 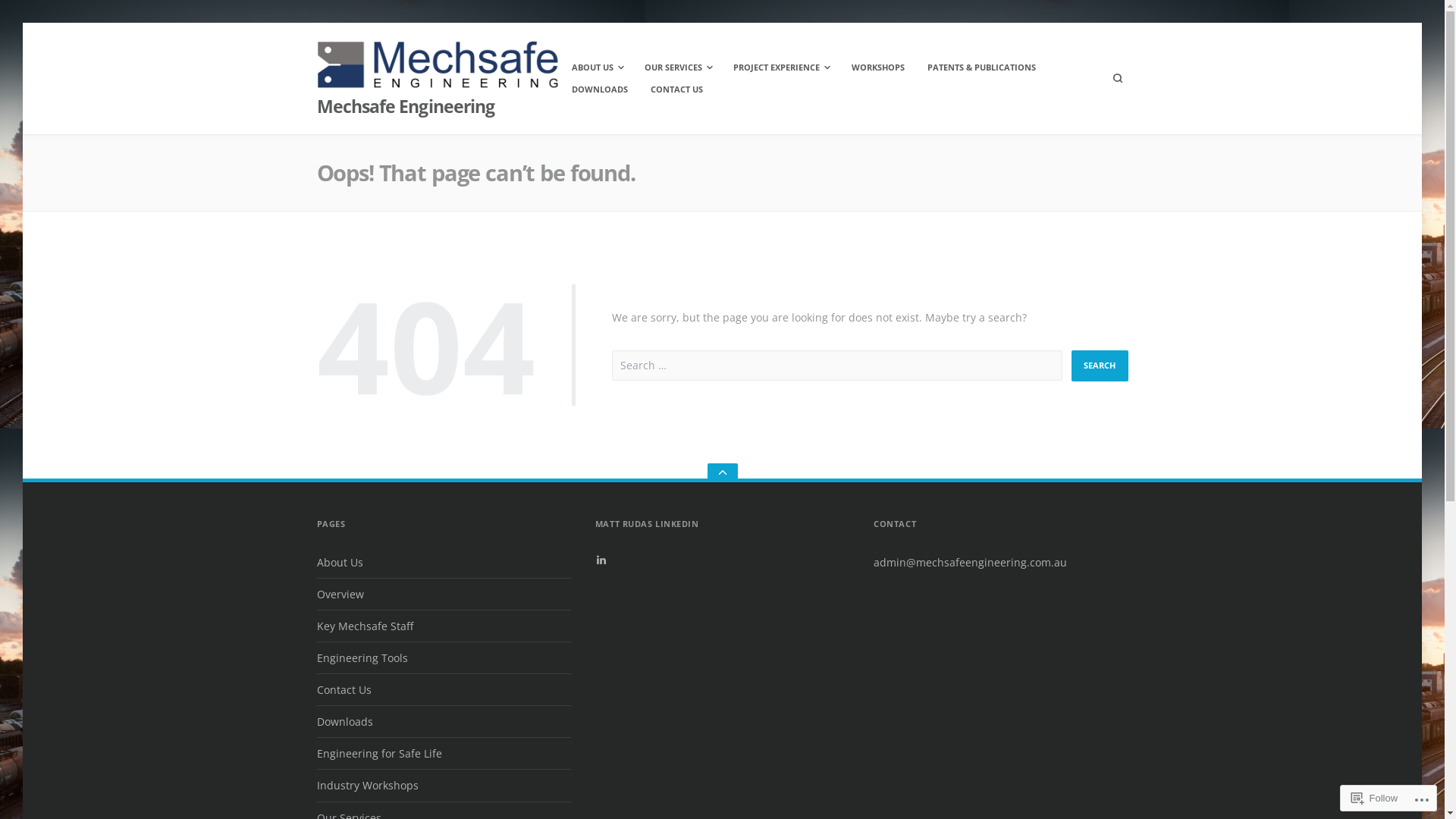 I want to click on 'PATENTS & PUBLICATIONS', so click(x=981, y=66).